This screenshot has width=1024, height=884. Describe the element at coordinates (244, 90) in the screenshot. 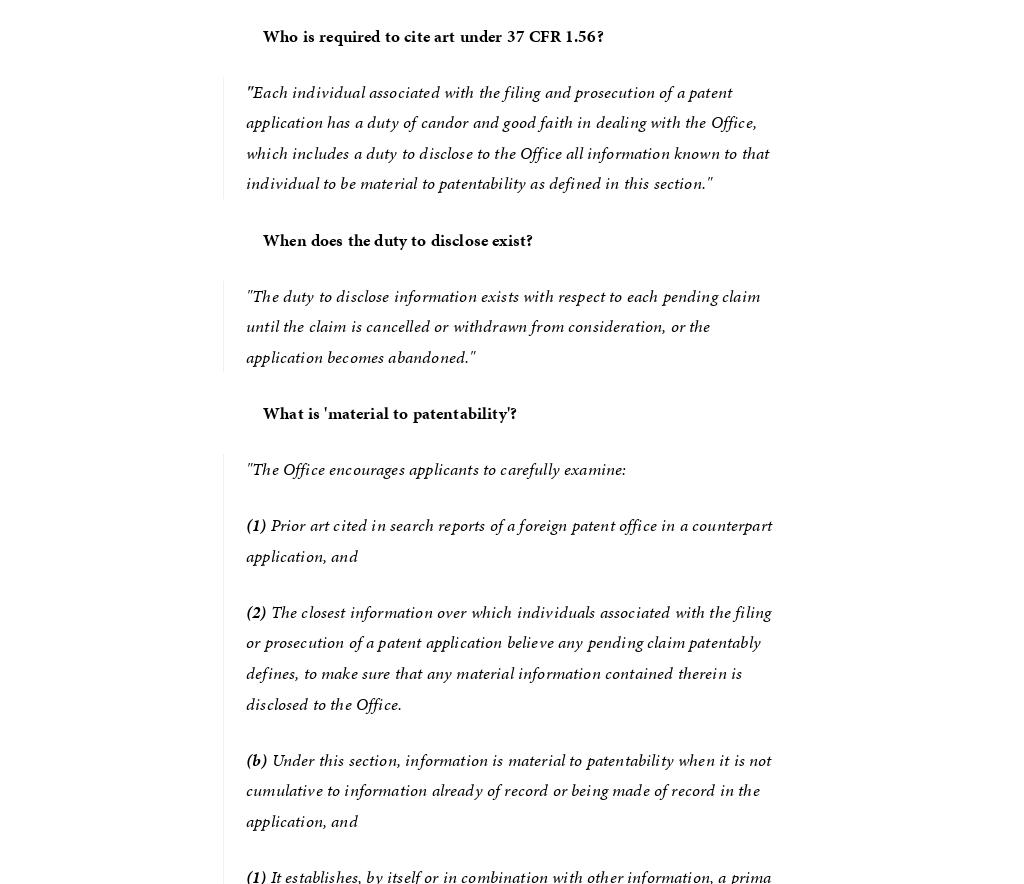

I see `'"'` at that location.